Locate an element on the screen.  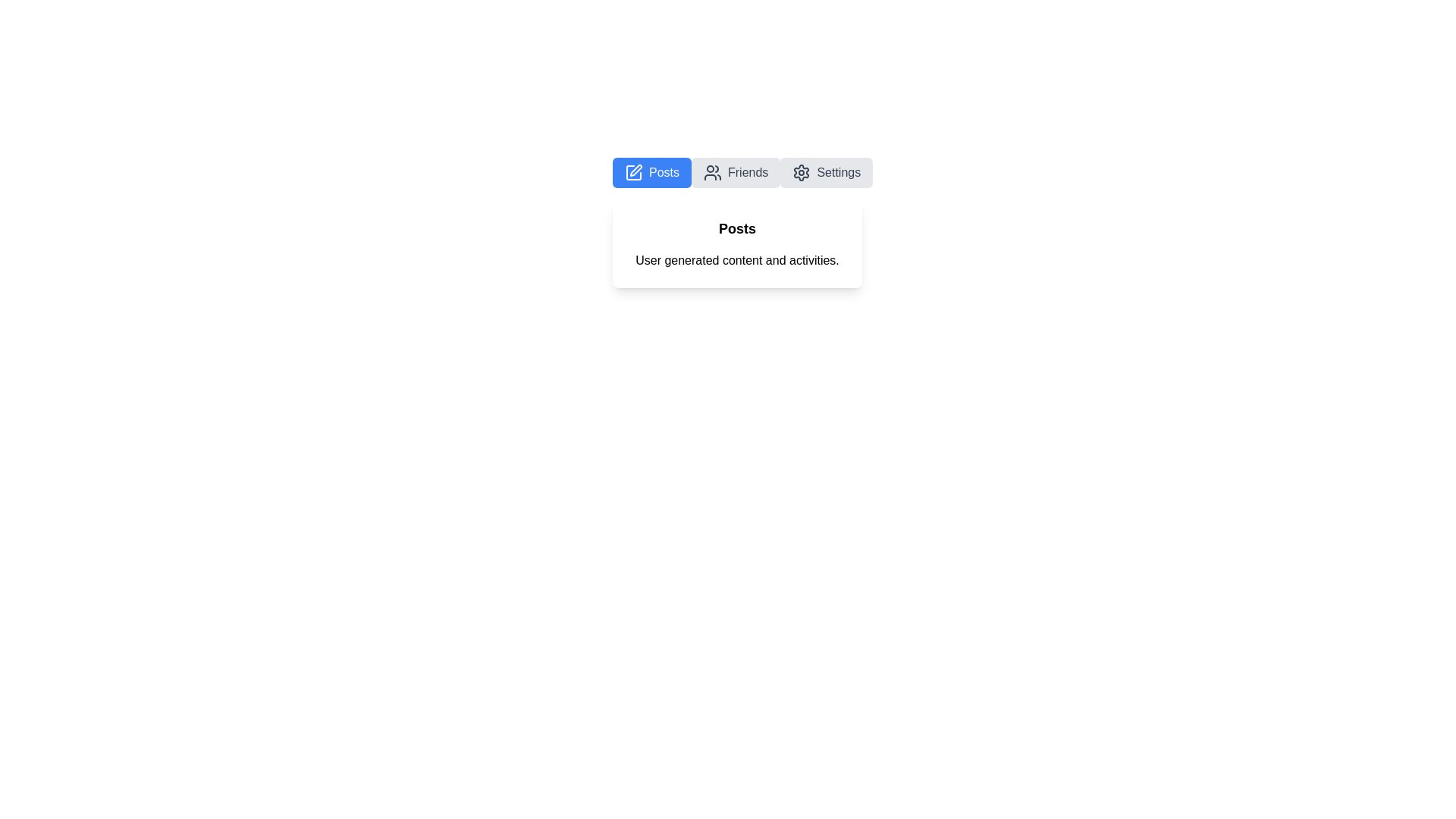
the Settings tab by clicking on its button is located at coordinates (825, 171).